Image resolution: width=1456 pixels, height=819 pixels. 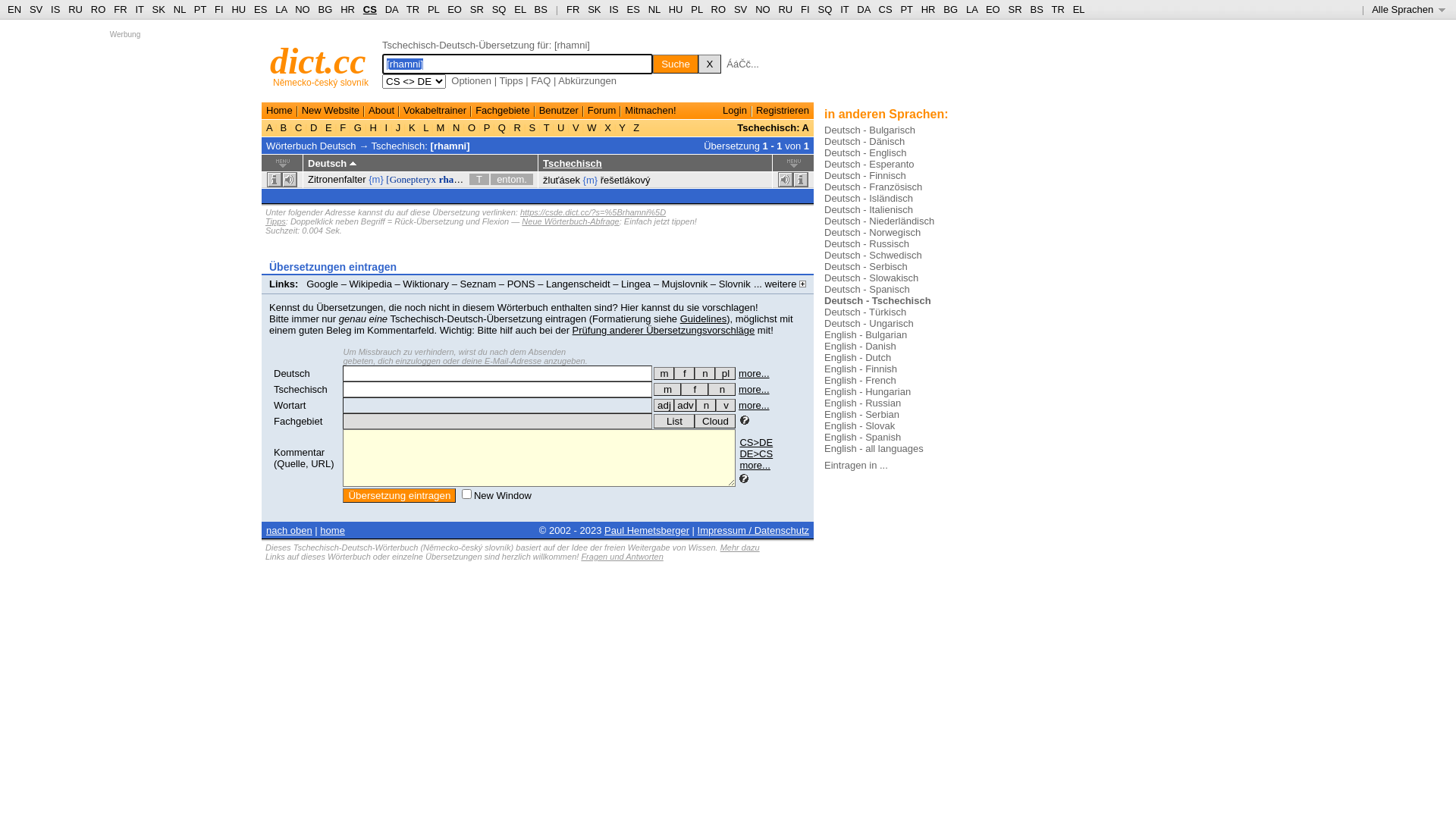 What do you see at coordinates (325, 9) in the screenshot?
I see `'BG'` at bounding box center [325, 9].